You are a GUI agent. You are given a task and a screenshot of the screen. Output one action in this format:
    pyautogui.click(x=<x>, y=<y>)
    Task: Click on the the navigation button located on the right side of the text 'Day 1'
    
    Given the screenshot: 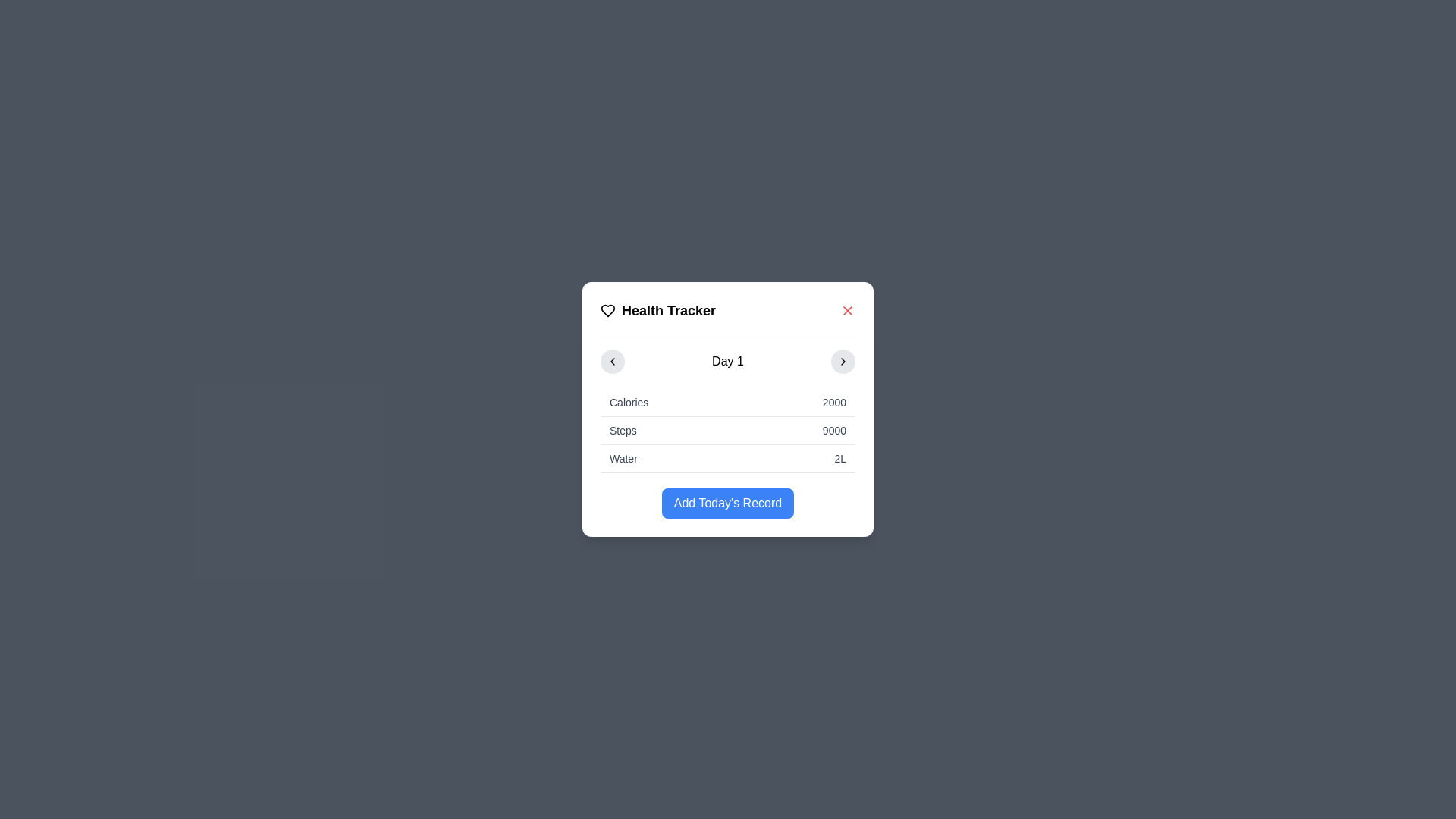 What is the action you would take?
    pyautogui.click(x=843, y=362)
    